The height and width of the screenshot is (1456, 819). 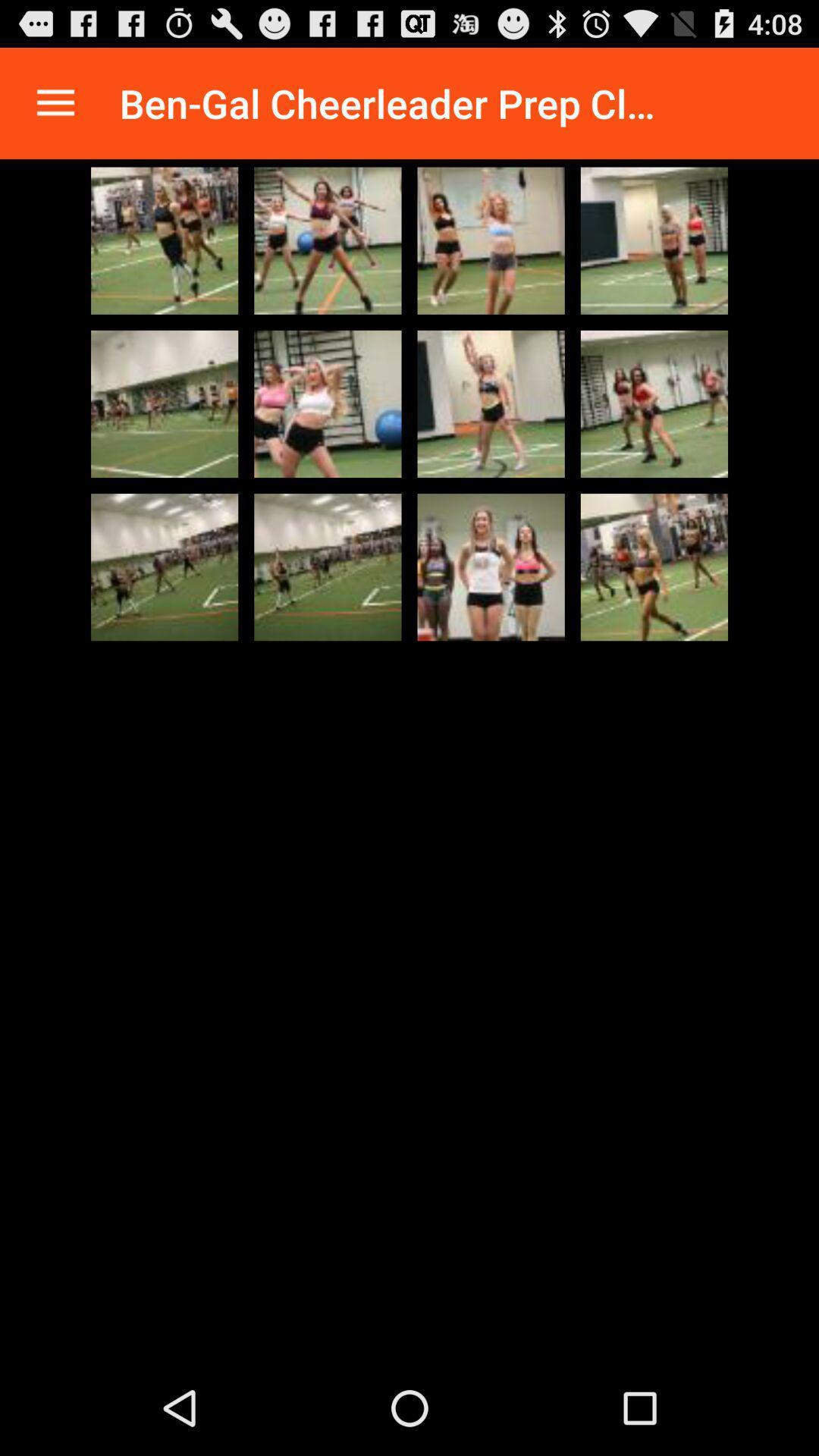 I want to click on watch video full screen, so click(x=653, y=240).